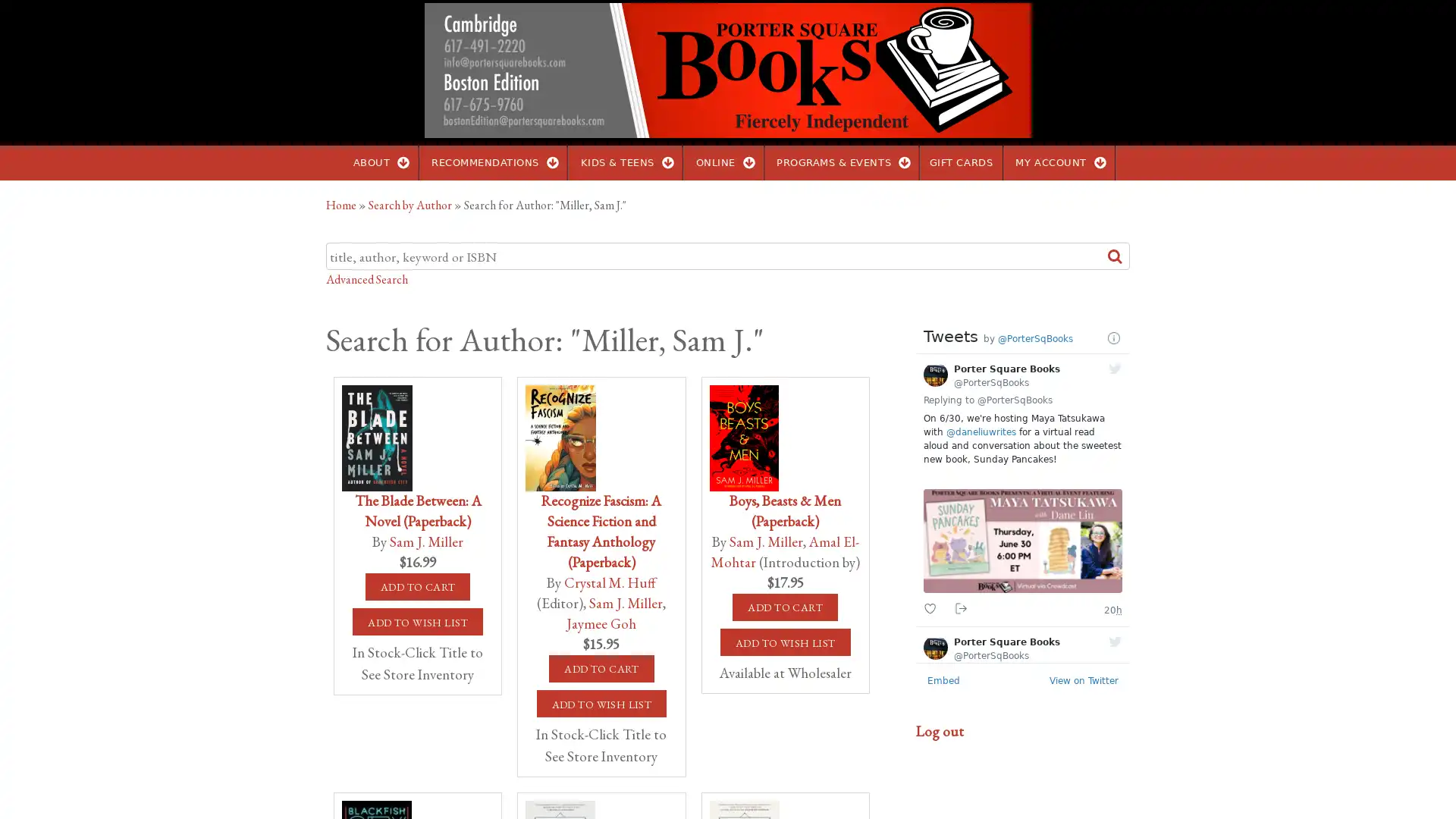 This screenshot has width=1456, height=819. What do you see at coordinates (417, 586) in the screenshot?
I see `Add to Cart` at bounding box center [417, 586].